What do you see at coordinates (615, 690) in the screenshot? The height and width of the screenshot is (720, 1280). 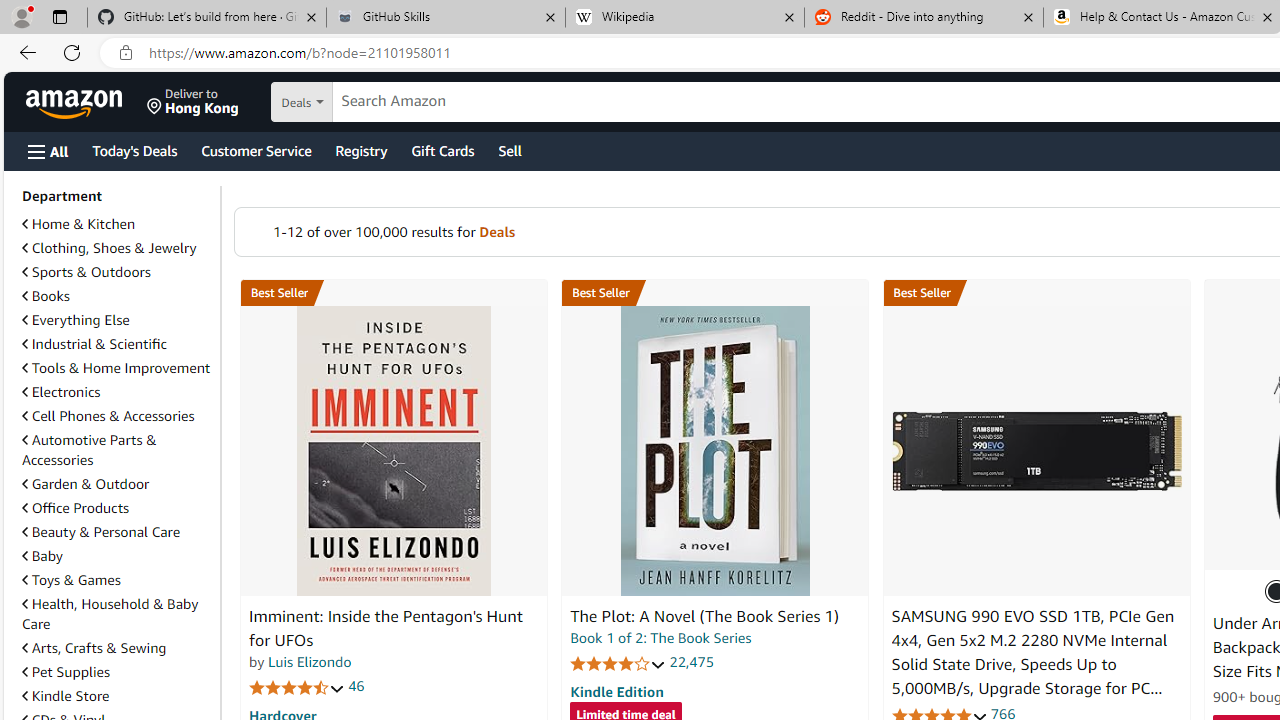 I see `'Kindle Edition'` at bounding box center [615, 690].